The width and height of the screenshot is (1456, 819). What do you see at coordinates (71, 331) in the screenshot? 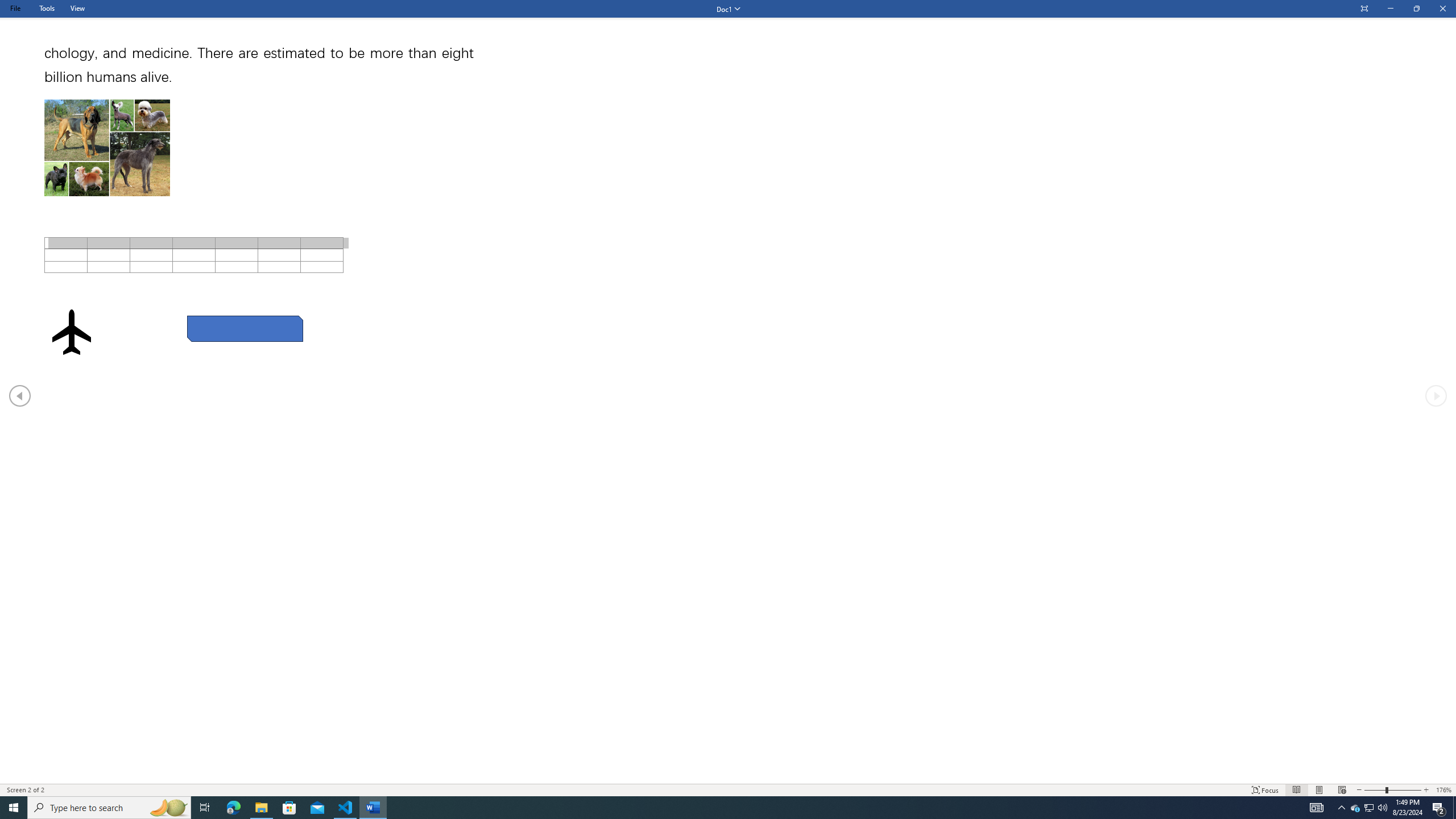
I see `'Airplane with solid fill'` at bounding box center [71, 331].